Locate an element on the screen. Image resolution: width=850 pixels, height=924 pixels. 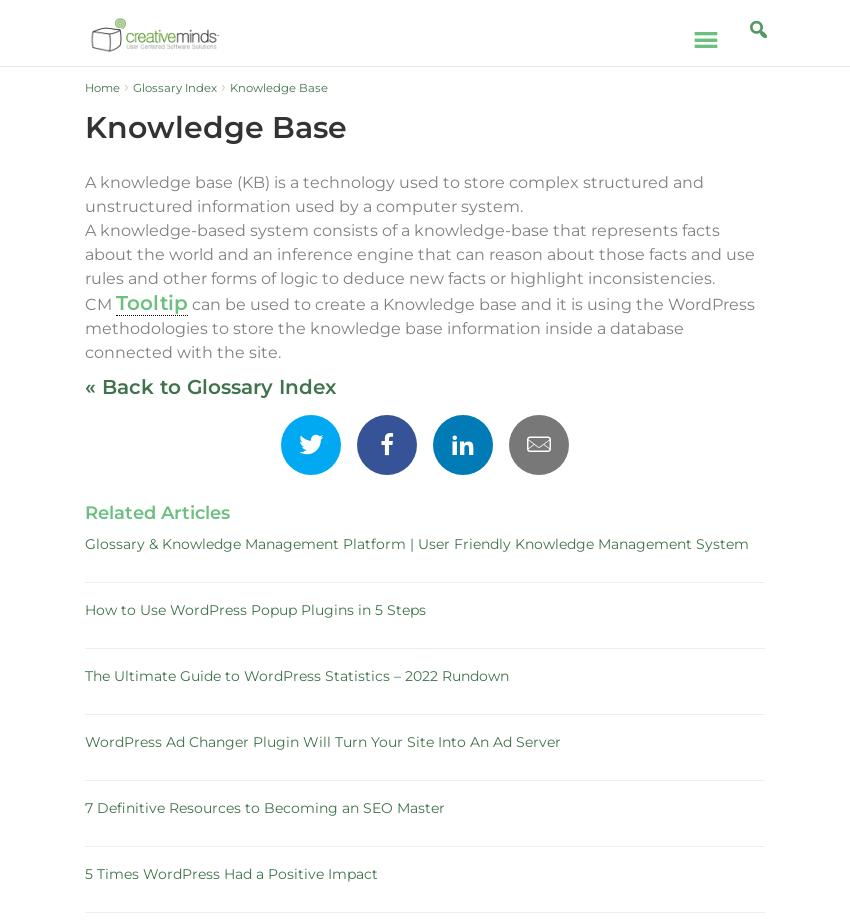
'Related Articles' is located at coordinates (157, 513).